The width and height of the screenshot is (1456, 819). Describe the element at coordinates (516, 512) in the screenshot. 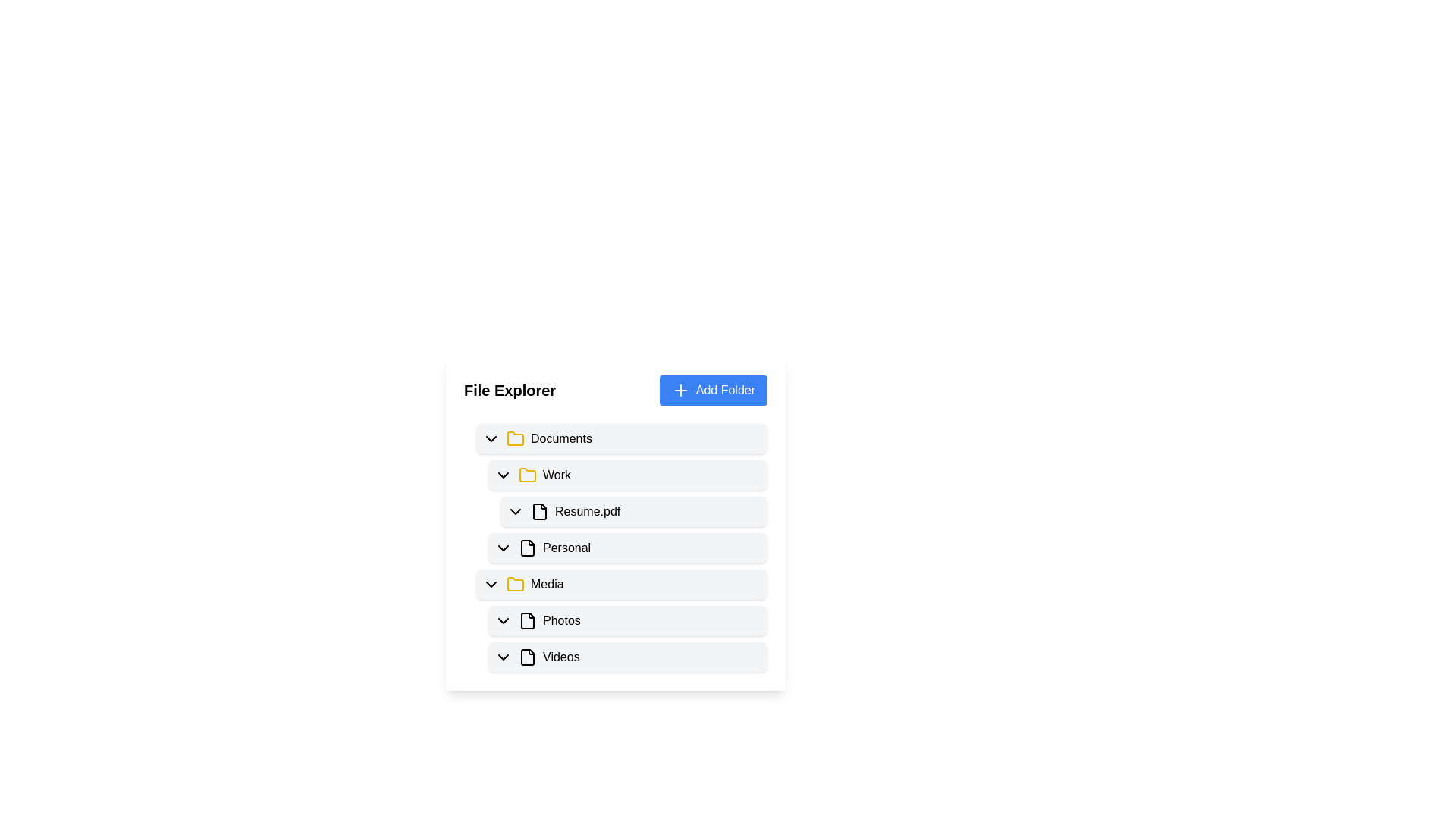

I see `the Toggle Icon for the 'Resume.pdf' entry in the file explorer UI` at that location.